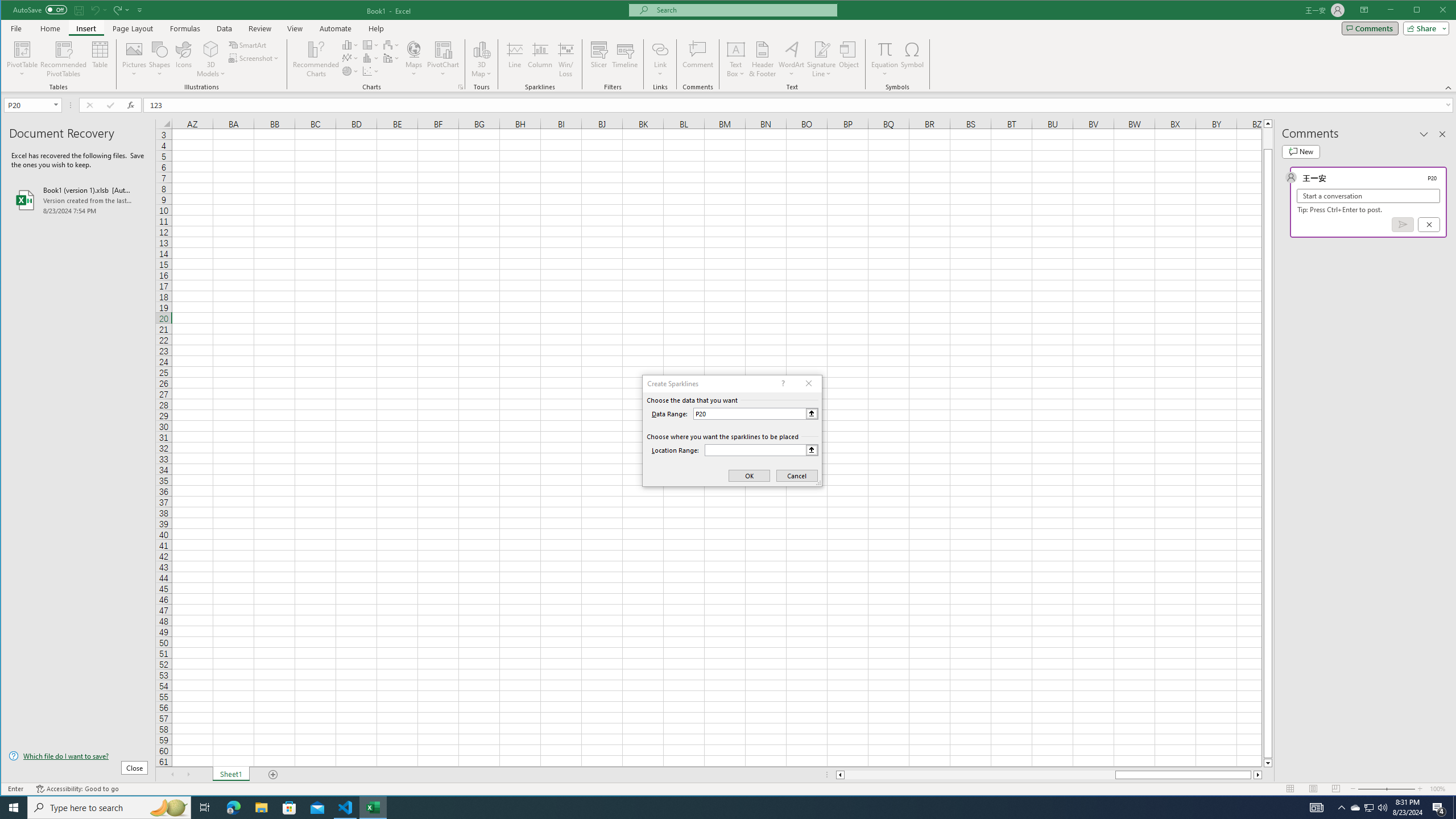  I want to click on 'Equation', so click(885, 59).